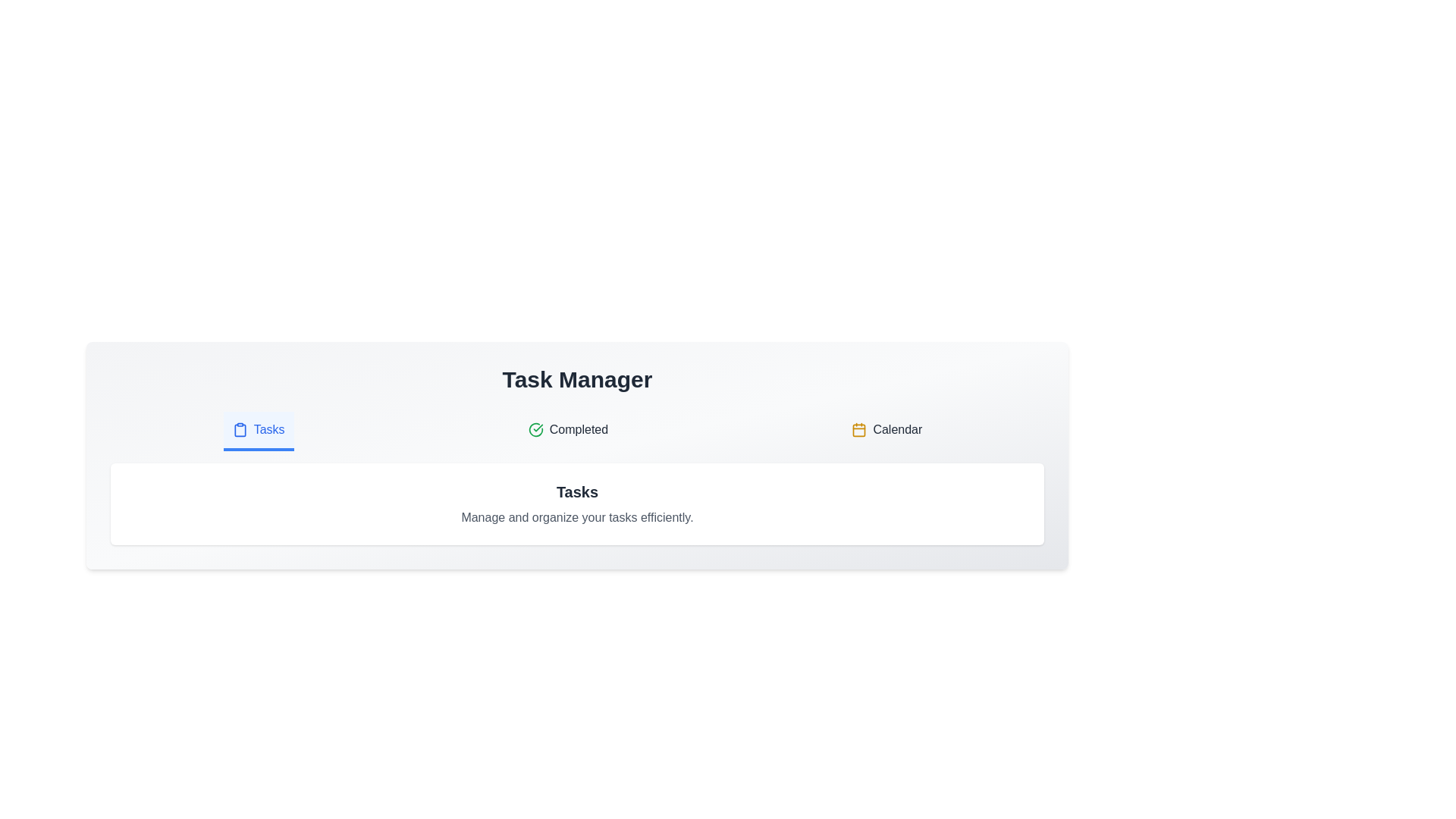 This screenshot has width=1456, height=819. What do you see at coordinates (859, 430) in the screenshot?
I see `the icon associated with the Calendar tab` at bounding box center [859, 430].